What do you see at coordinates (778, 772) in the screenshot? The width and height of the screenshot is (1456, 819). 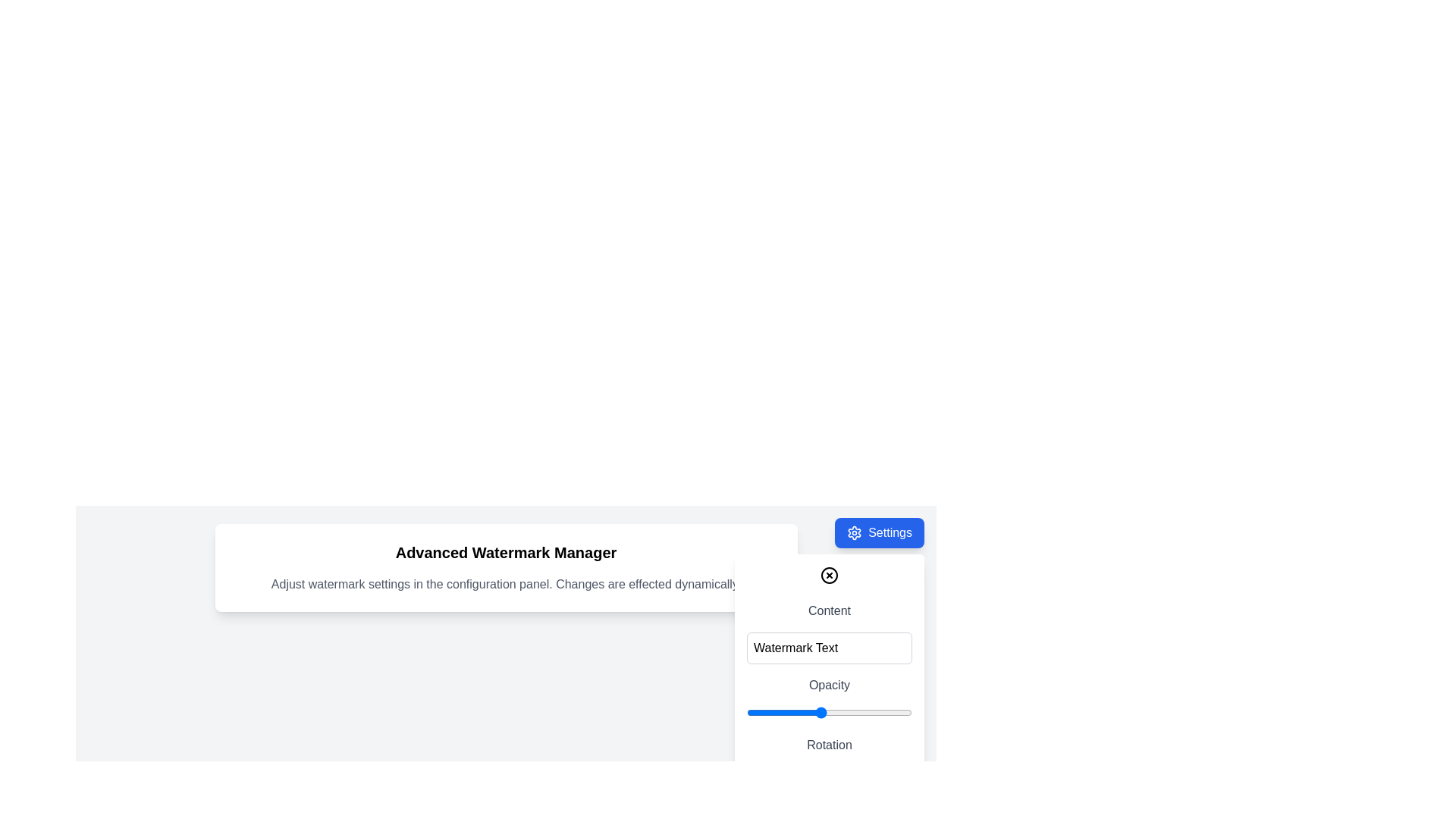 I see `rotation angle` at bounding box center [778, 772].